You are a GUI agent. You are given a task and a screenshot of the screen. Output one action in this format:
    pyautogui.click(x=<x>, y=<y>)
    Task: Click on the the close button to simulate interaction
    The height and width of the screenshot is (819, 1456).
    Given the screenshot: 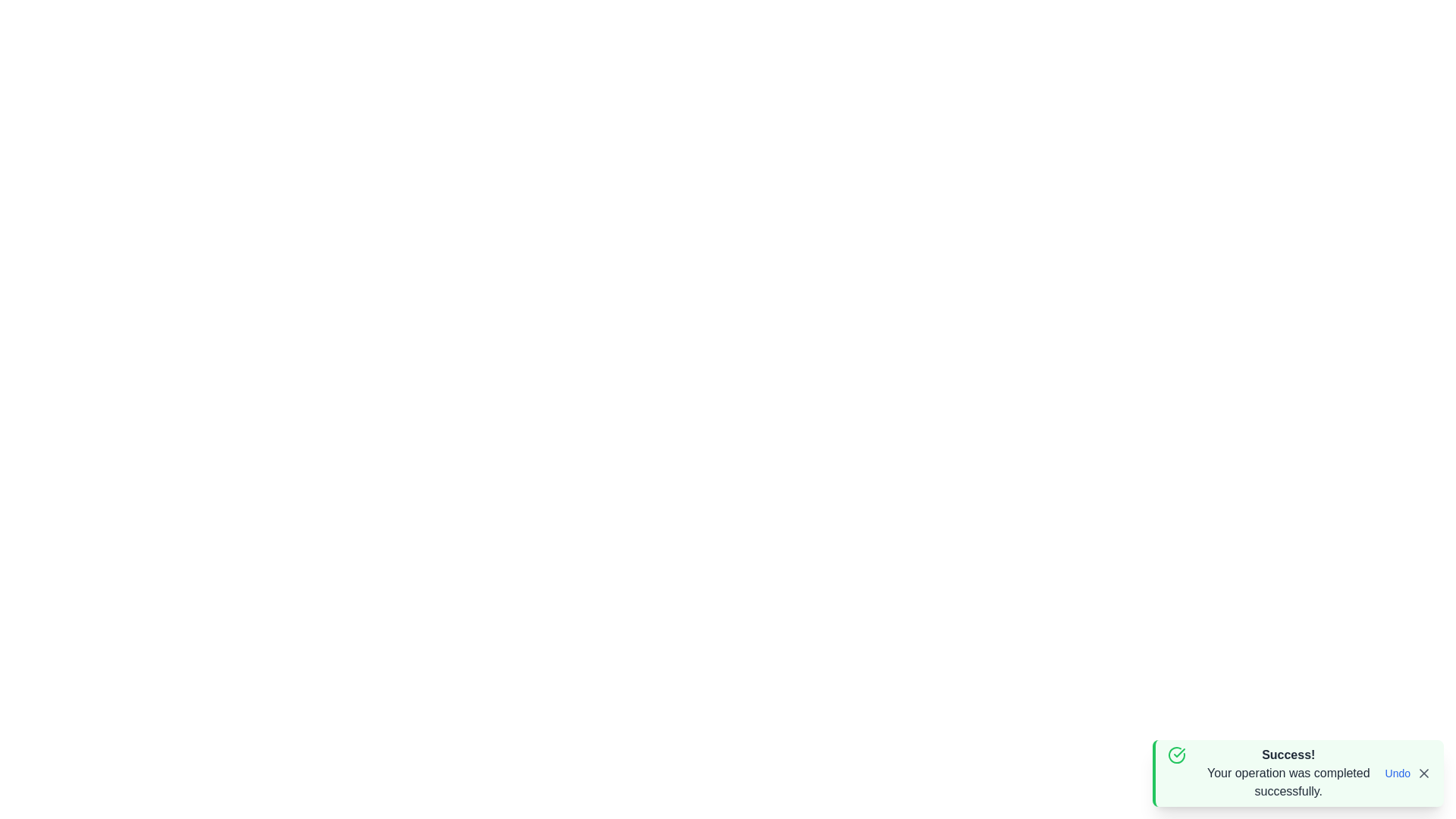 What is the action you would take?
    pyautogui.click(x=1423, y=773)
    